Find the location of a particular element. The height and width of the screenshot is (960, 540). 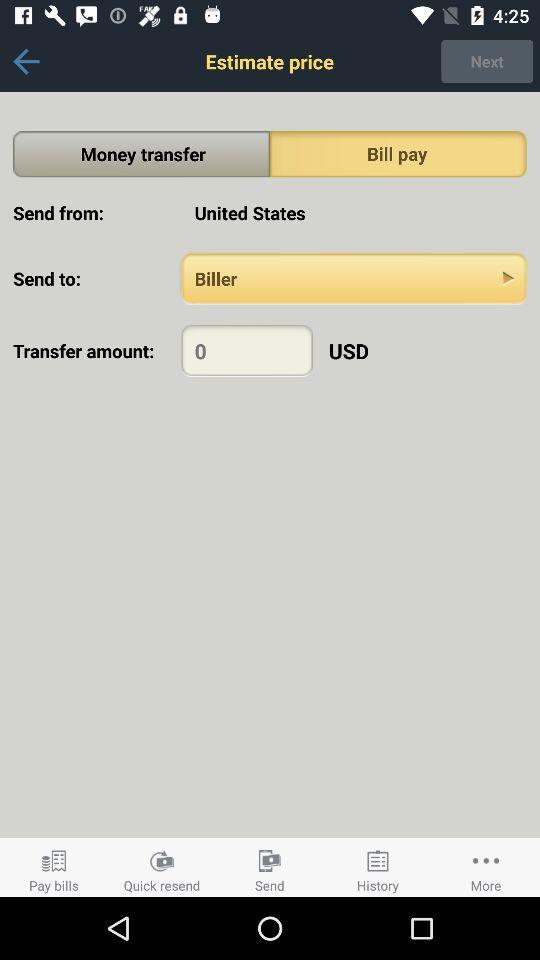

app to the right of the send from: icon is located at coordinates (353, 213).